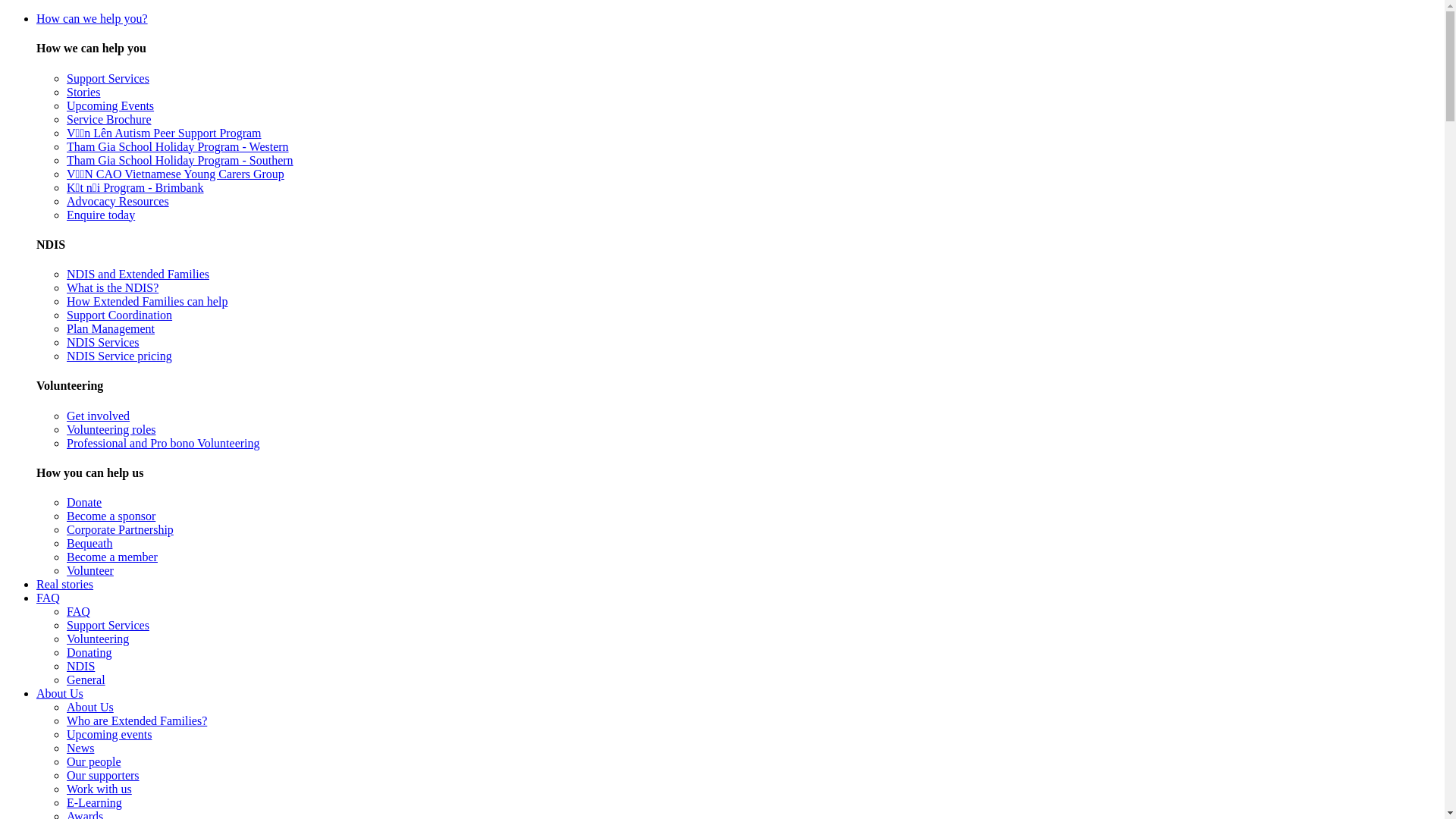  I want to click on 'Volunteer', so click(89, 570).